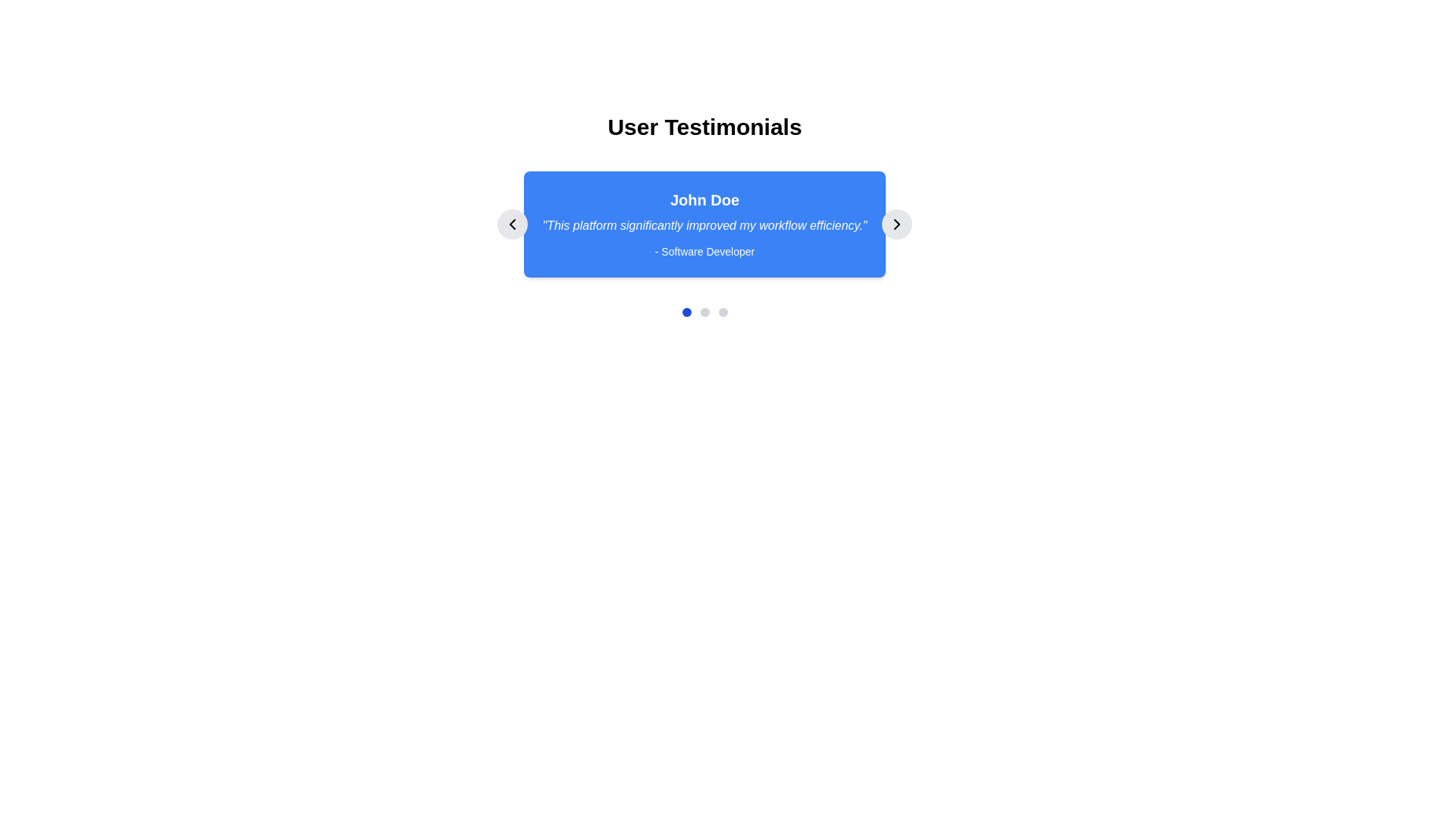 The height and width of the screenshot is (819, 1456). What do you see at coordinates (704, 127) in the screenshot?
I see `the bold and large header text that says 'User Testimonials', which is centered at the top of the interface` at bounding box center [704, 127].